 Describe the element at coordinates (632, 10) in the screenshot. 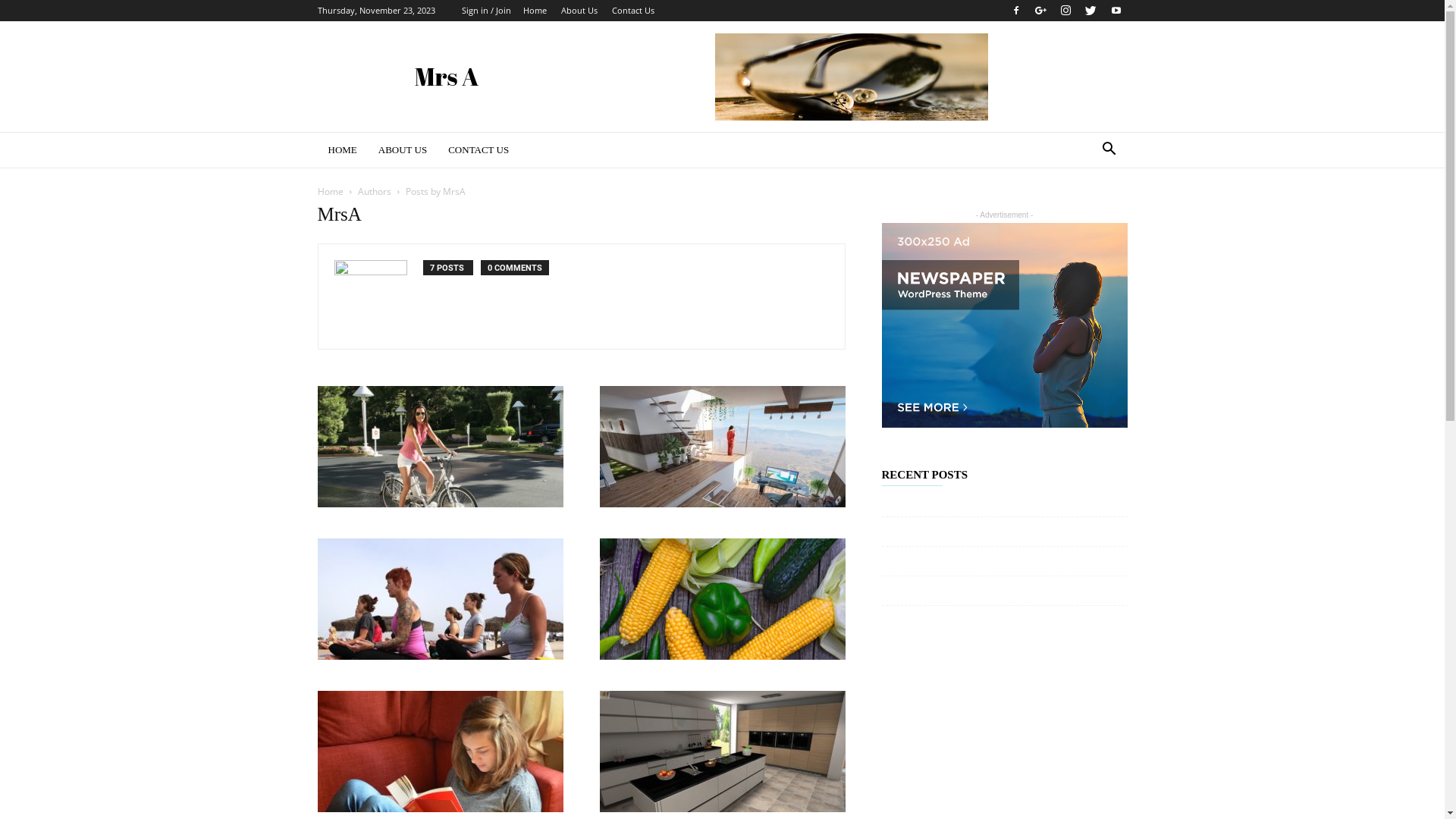

I see `'Contact Us'` at that location.